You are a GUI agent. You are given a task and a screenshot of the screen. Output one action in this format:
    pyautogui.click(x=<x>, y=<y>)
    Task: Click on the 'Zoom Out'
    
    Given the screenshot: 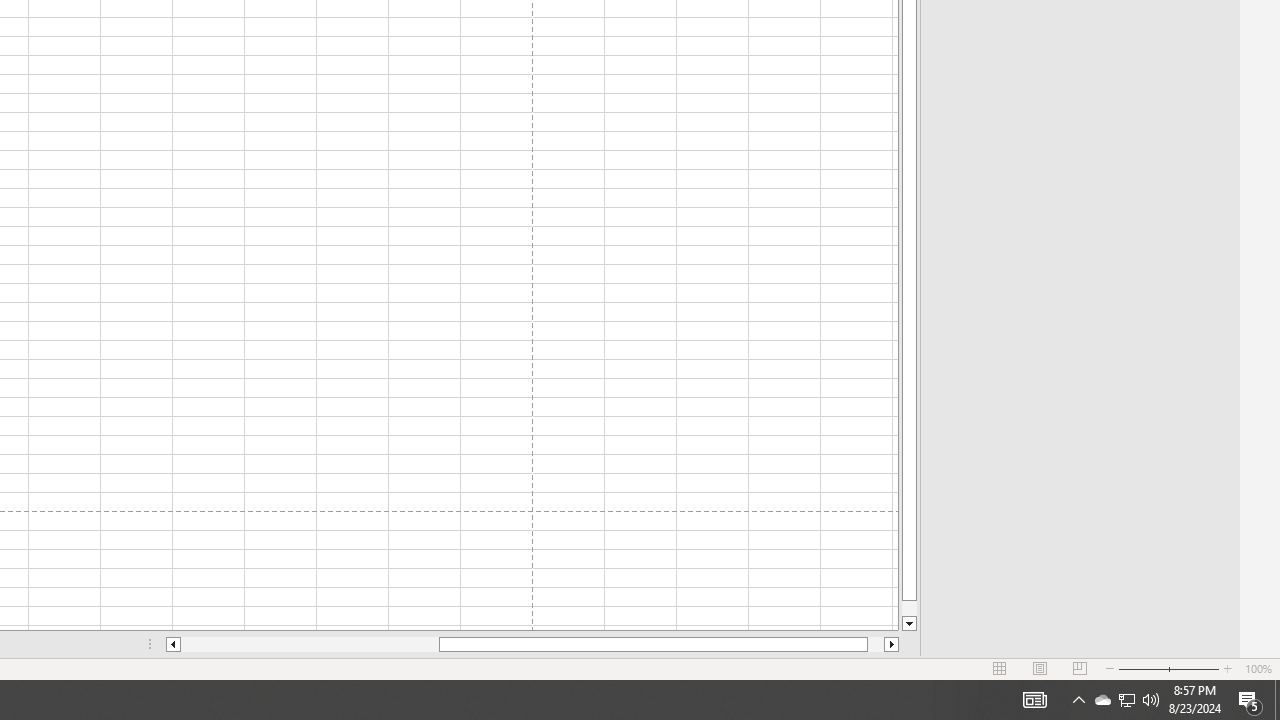 What is the action you would take?
    pyautogui.click(x=1143, y=669)
    